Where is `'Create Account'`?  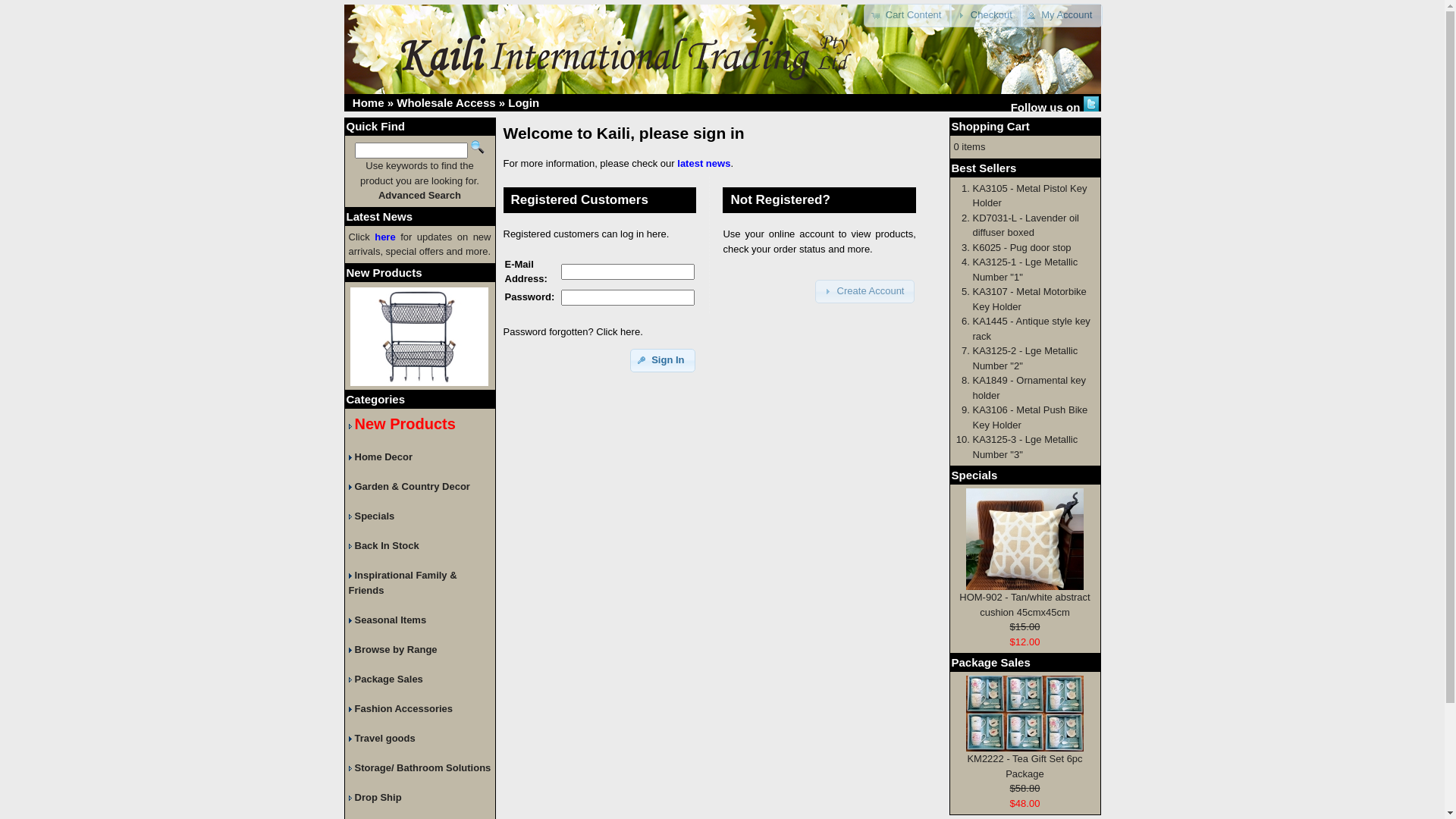 'Create Account' is located at coordinates (864, 291).